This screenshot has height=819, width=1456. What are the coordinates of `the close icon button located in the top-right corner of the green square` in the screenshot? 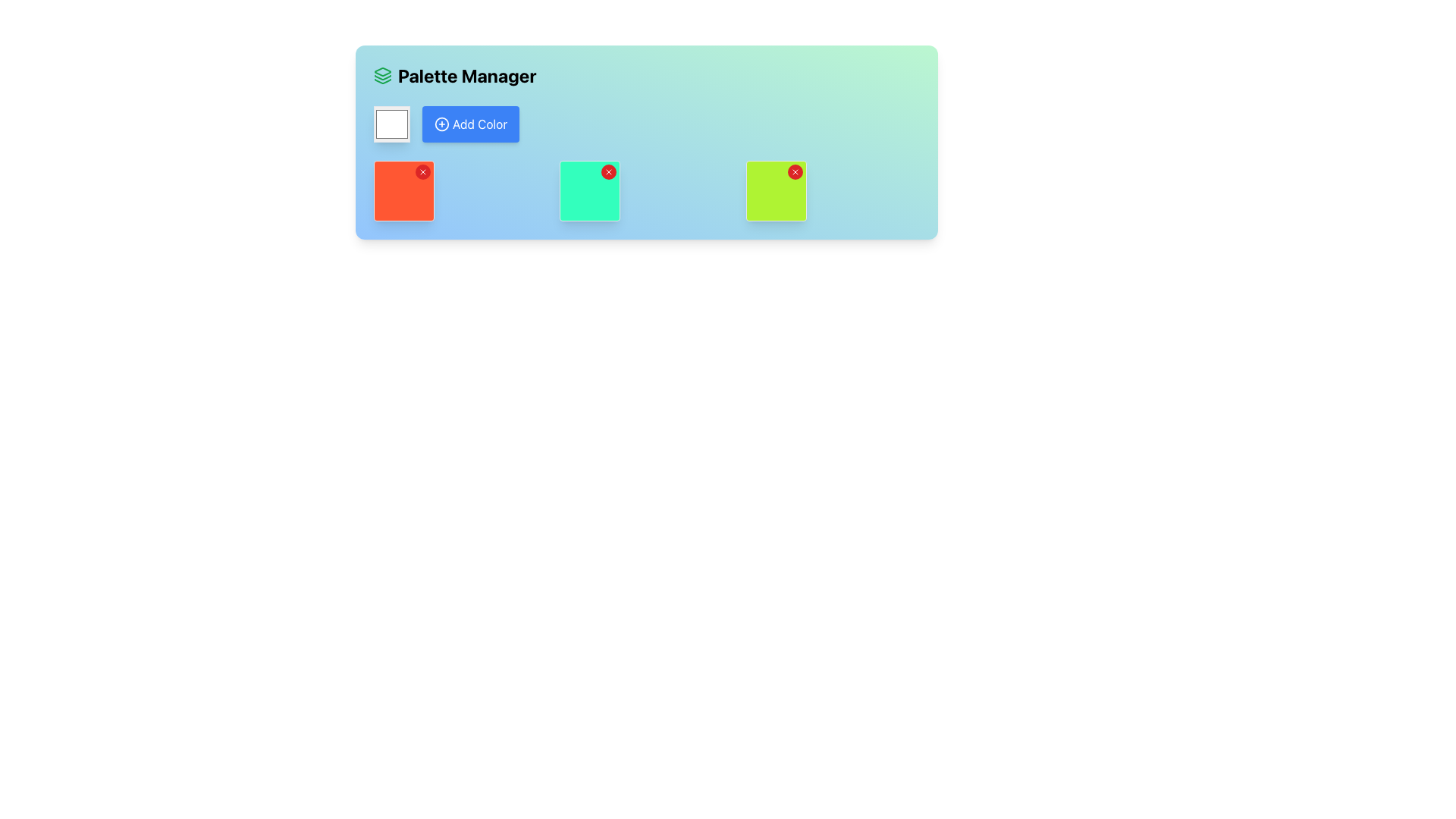 It's located at (422, 171).